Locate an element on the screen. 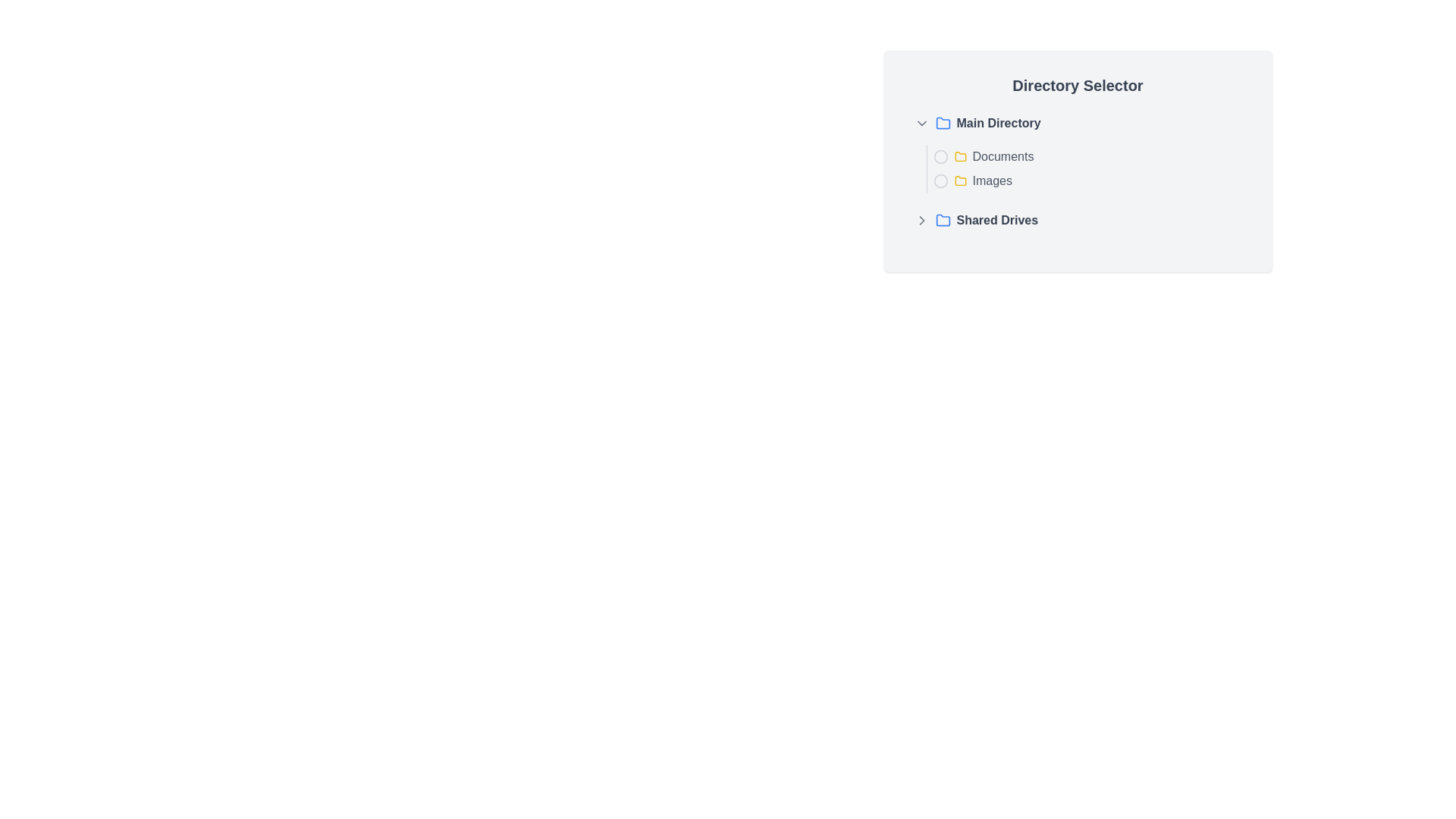 The height and width of the screenshot is (819, 1456). the 'Main Directory' item at the top of the directory listing in the 'Directory Selector' is located at coordinates (1077, 122).